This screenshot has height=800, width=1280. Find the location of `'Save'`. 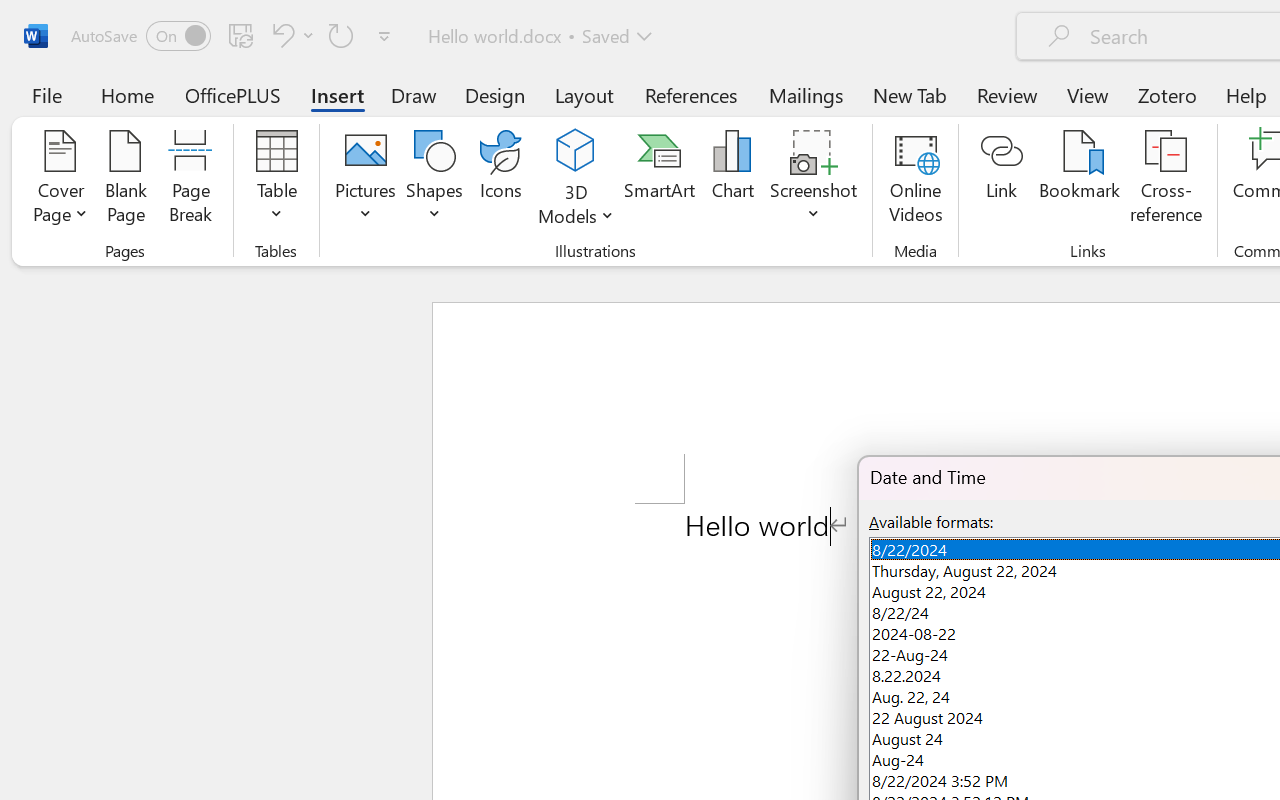

'Save' is located at coordinates (240, 34).